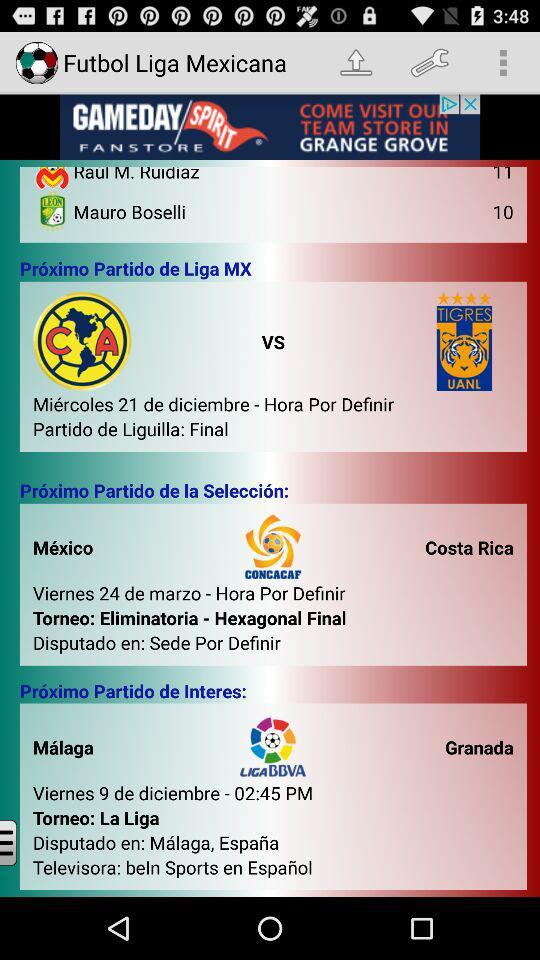  What do you see at coordinates (23, 841) in the screenshot?
I see `open menu bar` at bounding box center [23, 841].